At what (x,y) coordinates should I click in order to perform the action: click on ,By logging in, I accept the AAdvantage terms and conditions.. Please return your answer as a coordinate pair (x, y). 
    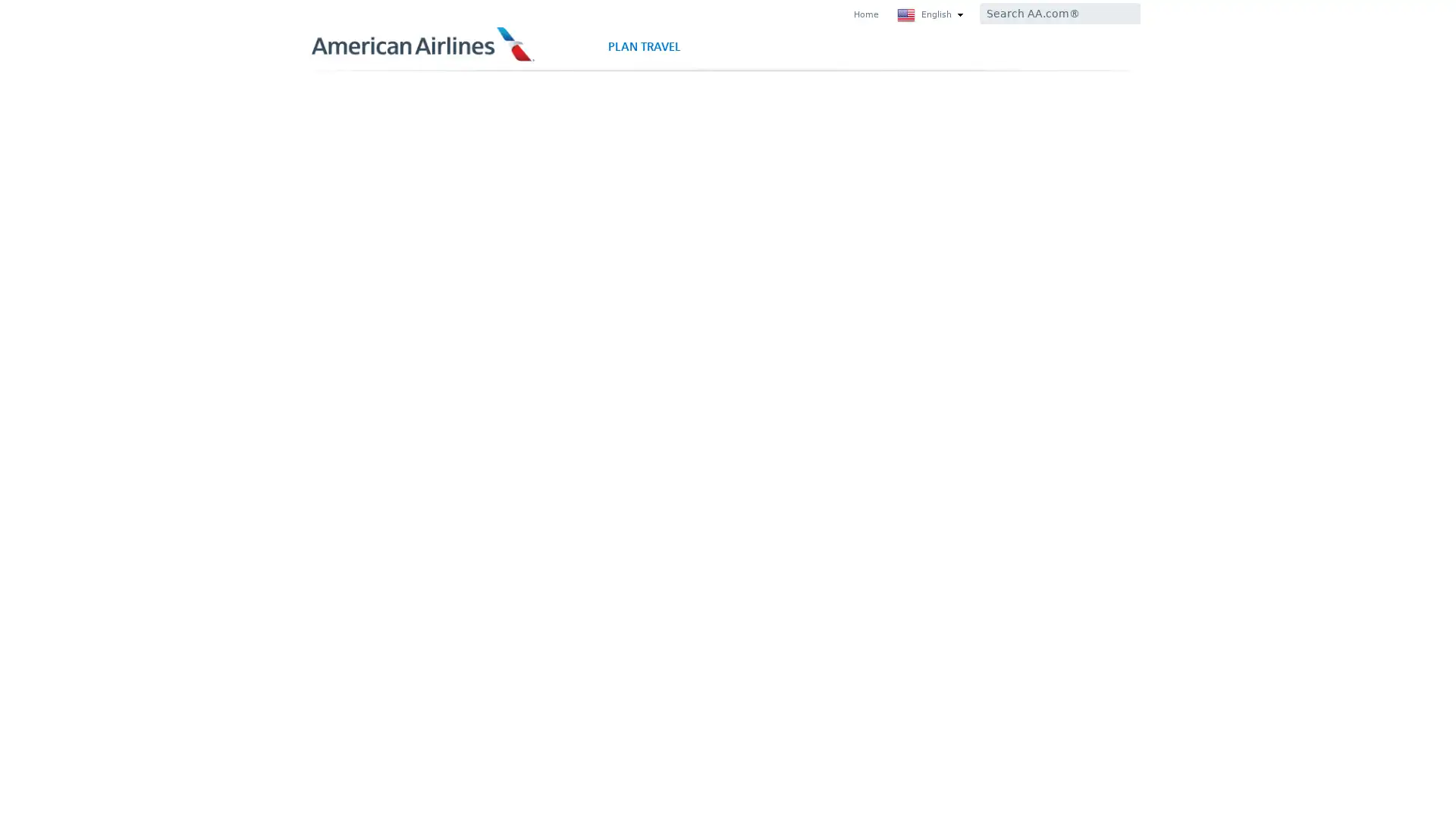
    Looking at the image, I should click on (433, 457).